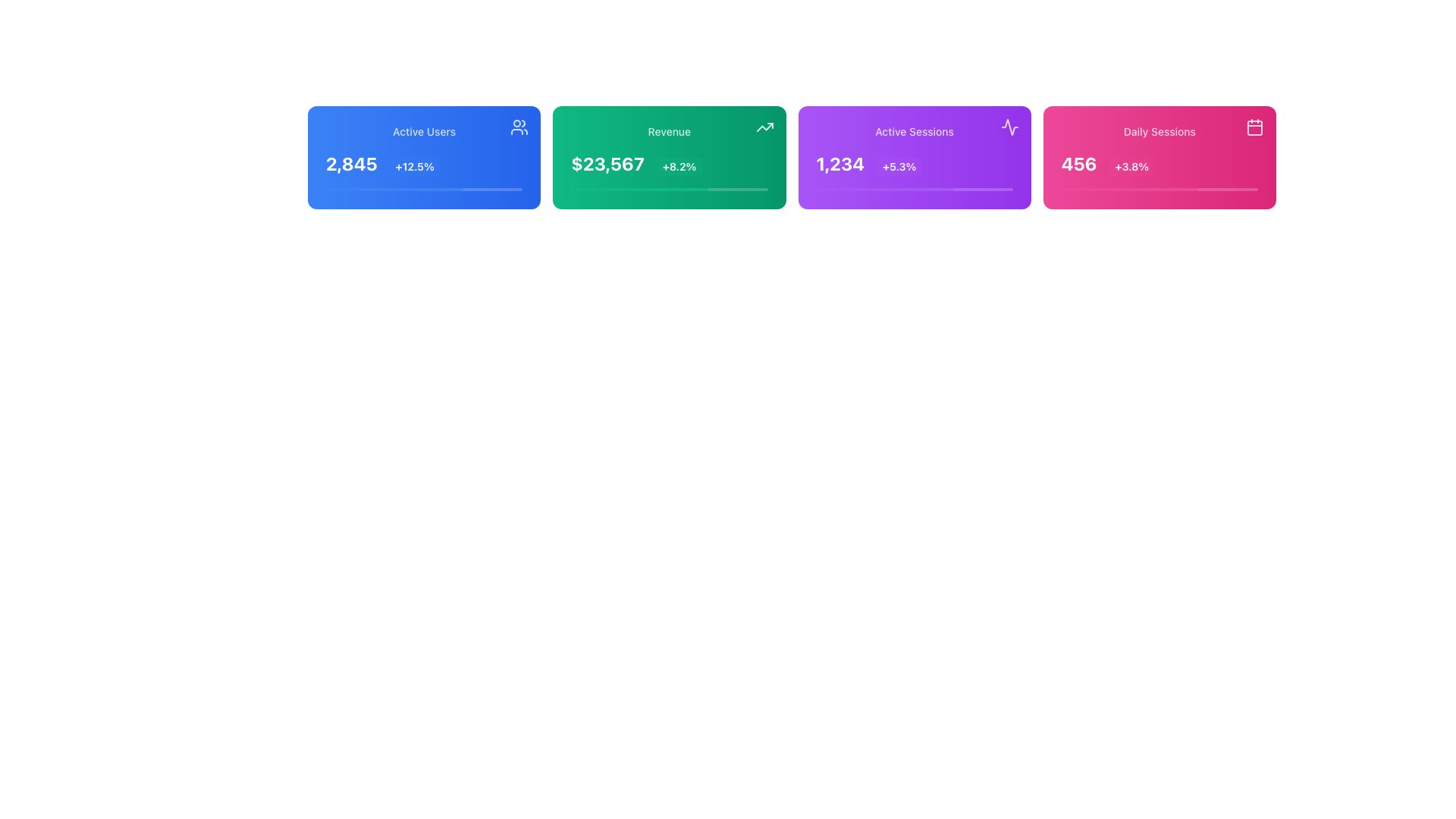 The height and width of the screenshot is (819, 1456). What do you see at coordinates (839, 164) in the screenshot?
I see `the bold numerical text '1,234' displayed in white within the purple card labeled 'Active Sessions'` at bounding box center [839, 164].